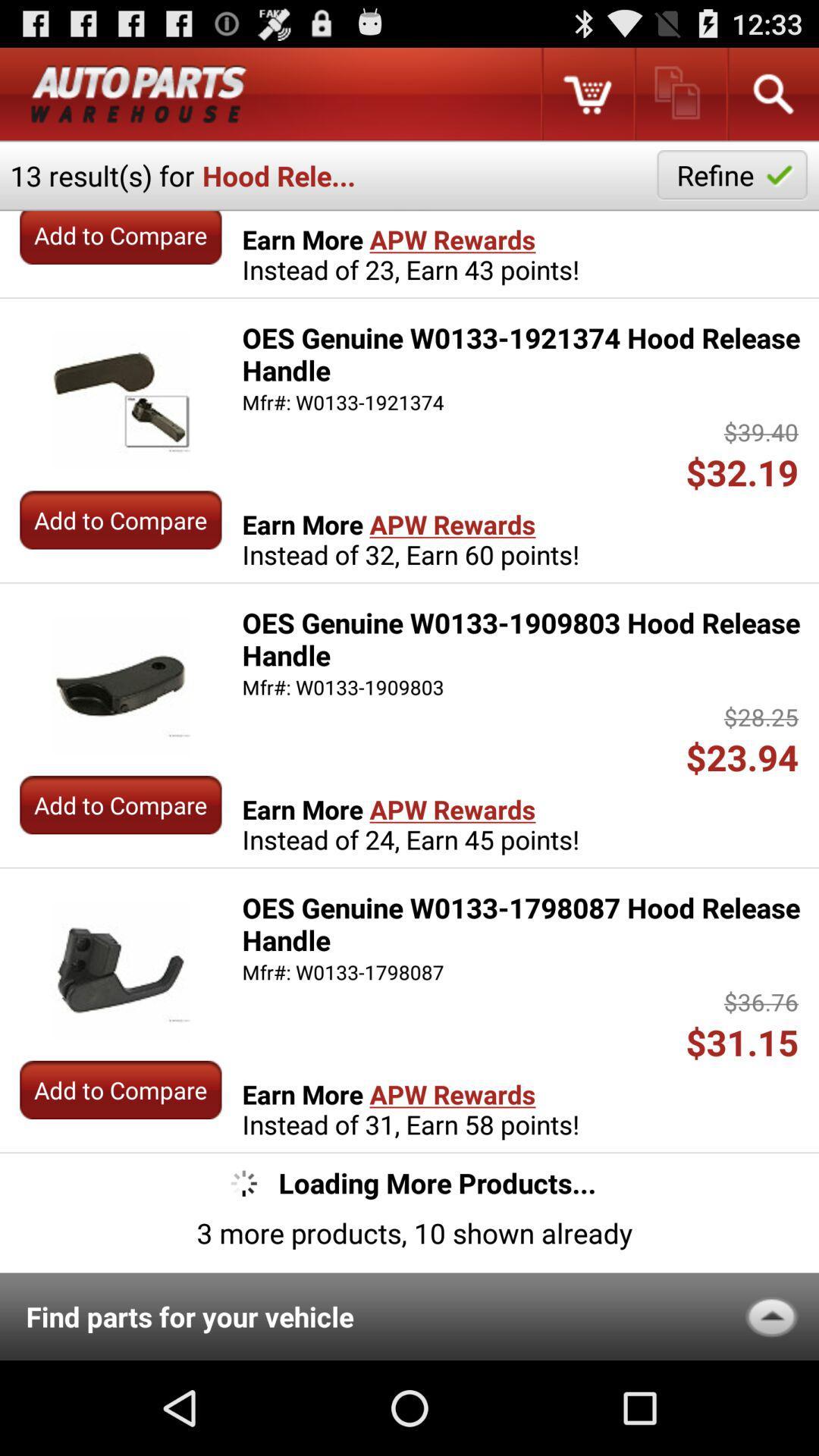 The height and width of the screenshot is (1456, 819). I want to click on the copy icon, so click(679, 99).